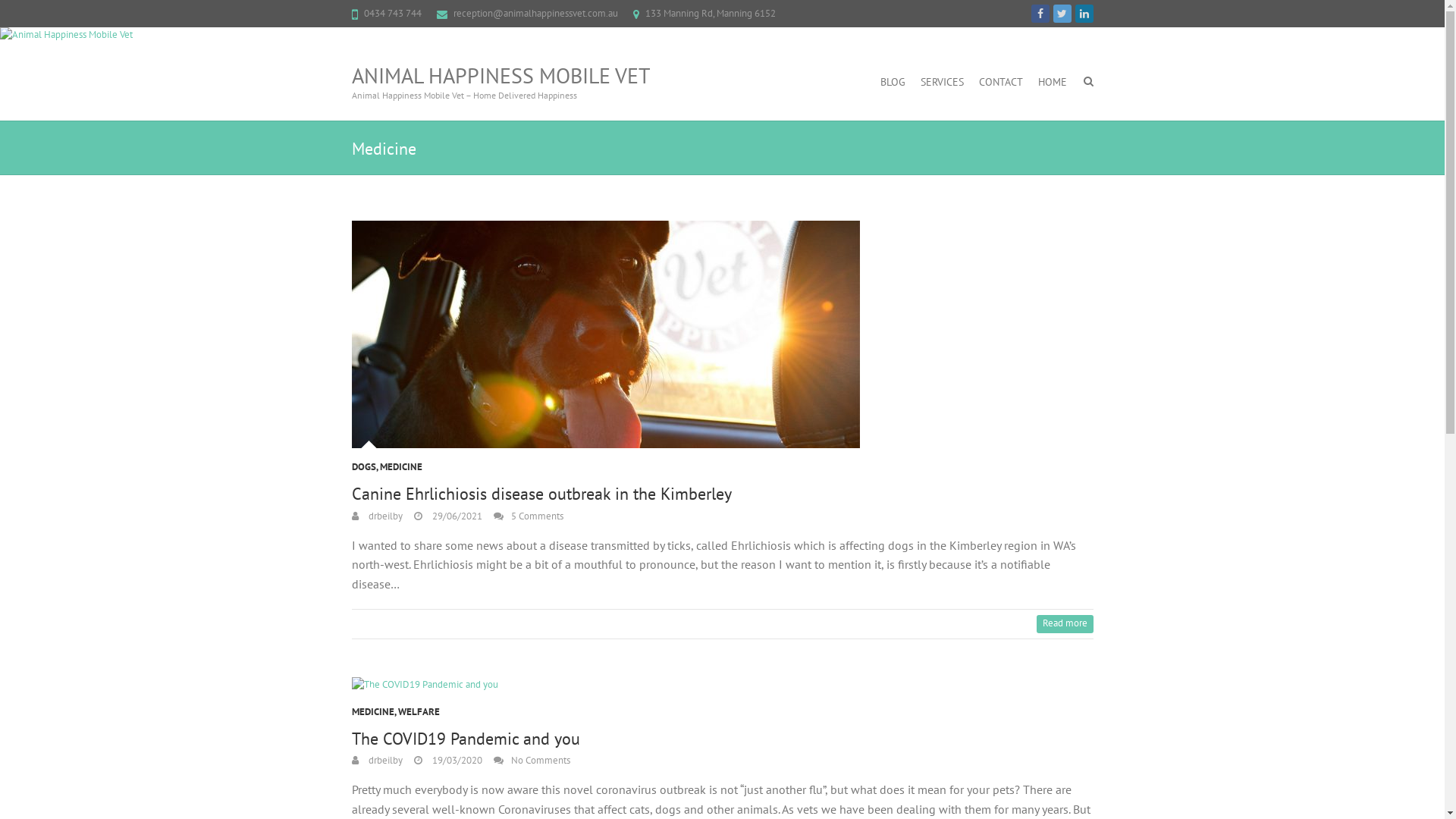  What do you see at coordinates (400, 470) in the screenshot?
I see `'MEDICINE'` at bounding box center [400, 470].